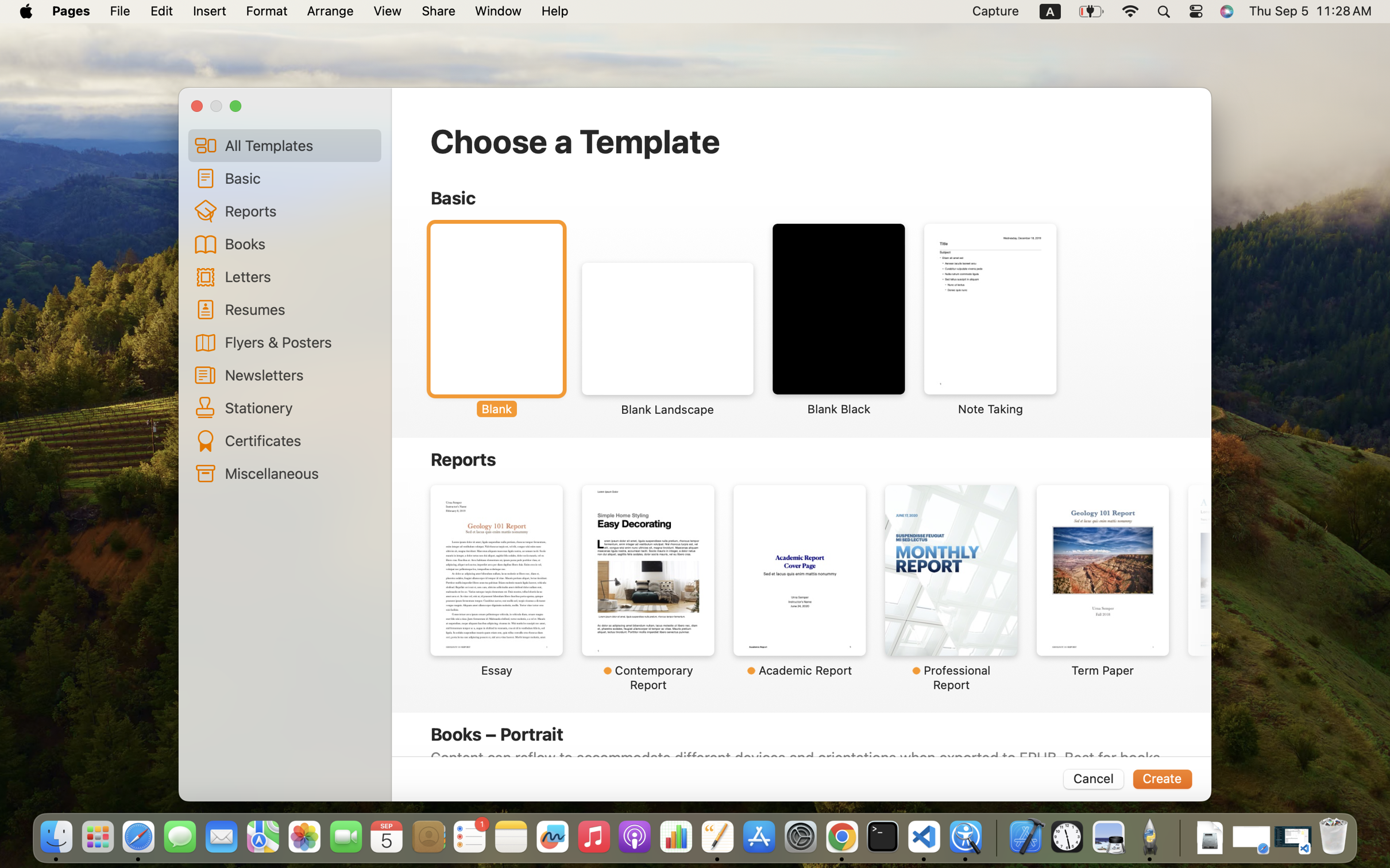  I want to click on 'Newsletters', so click(299, 374).